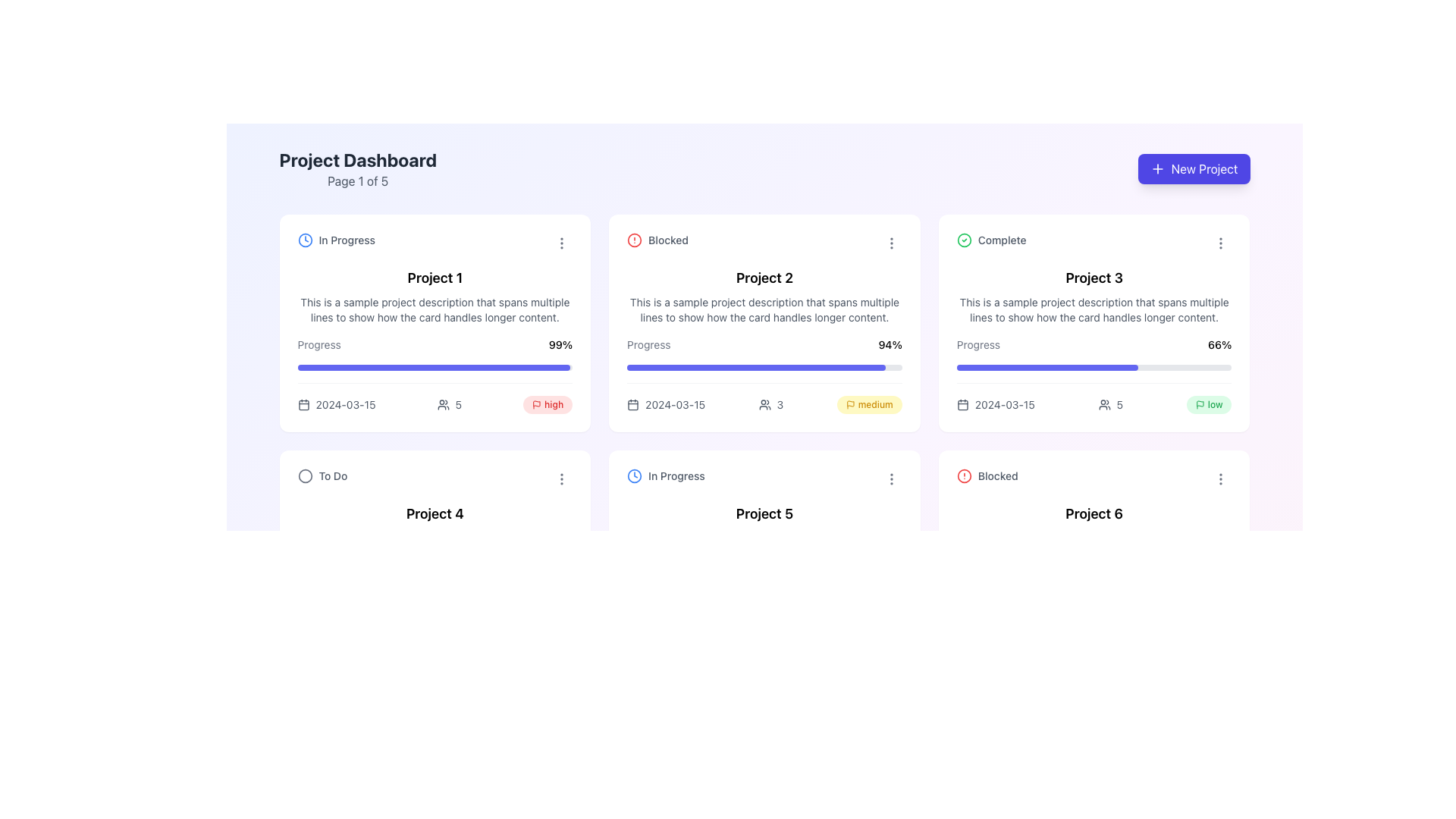 This screenshot has width=1456, height=819. What do you see at coordinates (633, 404) in the screenshot?
I see `the graphical decorative element of the calendar icon located in the top-left card labeled 'Project 2' within the dashboard interface` at bounding box center [633, 404].